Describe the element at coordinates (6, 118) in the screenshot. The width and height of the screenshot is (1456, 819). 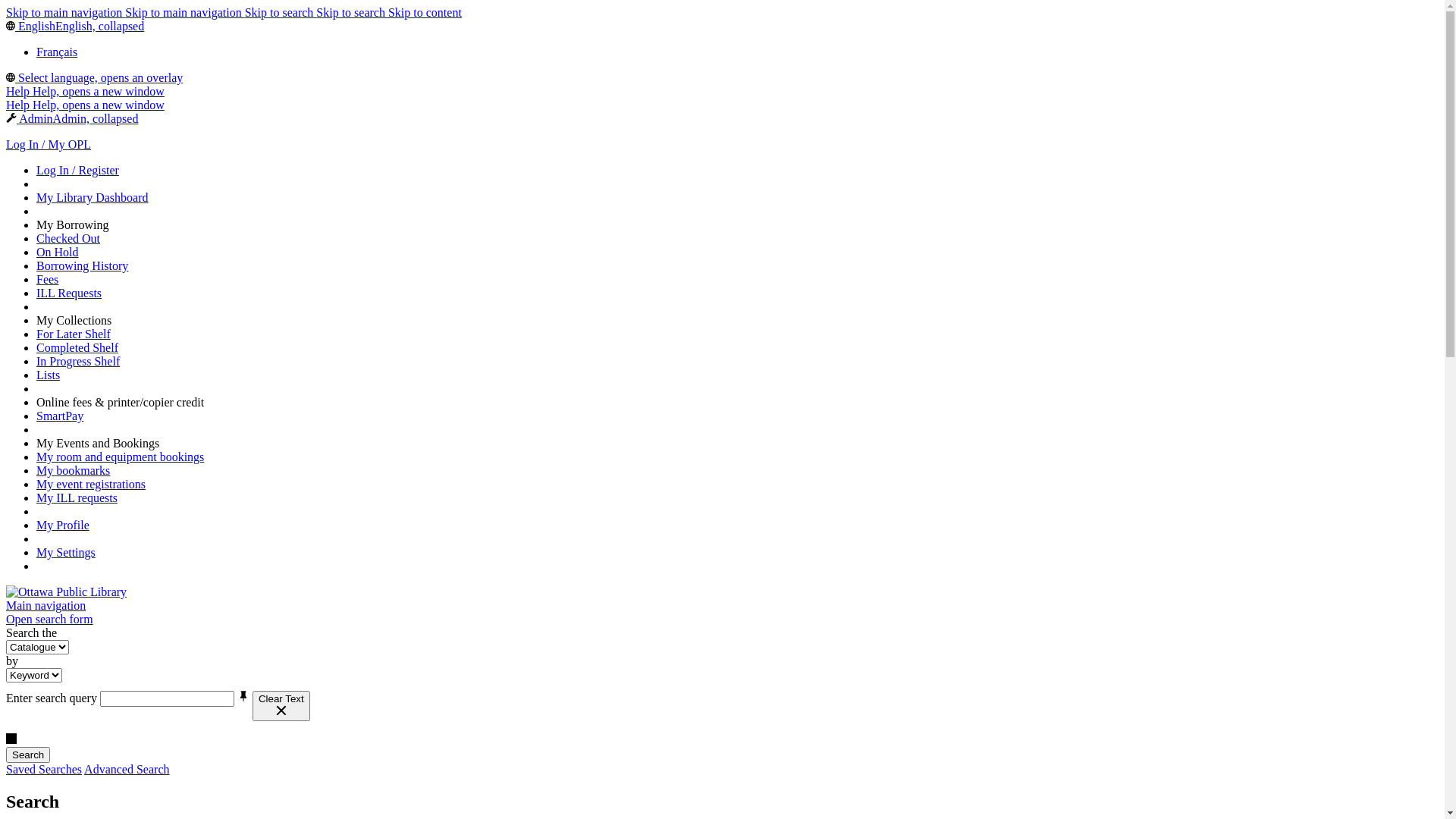
I see `'Admin AdminAdmin, collapsed'` at that location.